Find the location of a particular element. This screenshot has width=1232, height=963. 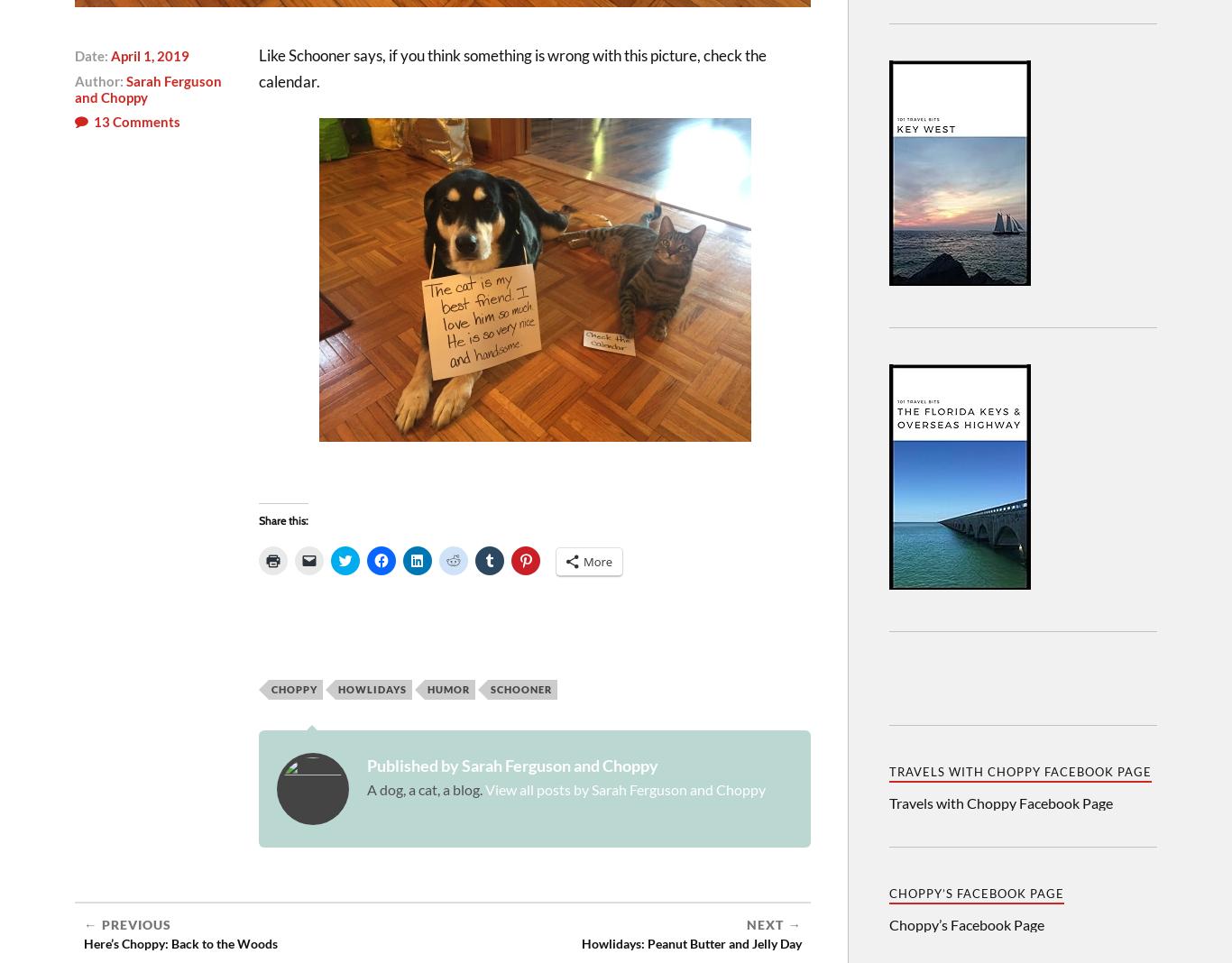

'Date:' is located at coordinates (75, 53).